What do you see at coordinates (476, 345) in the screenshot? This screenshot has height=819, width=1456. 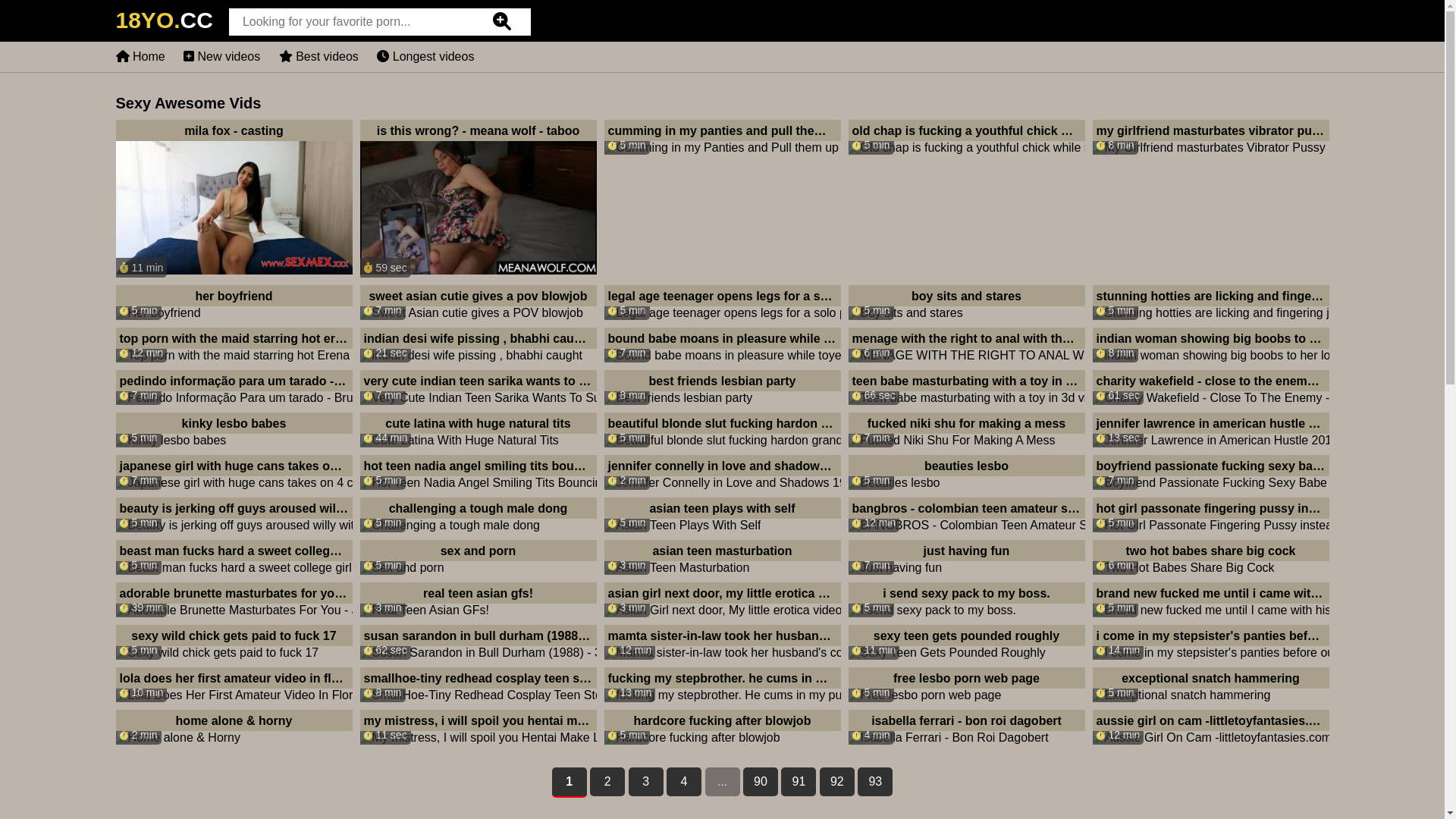 I see `'21 sec` at bounding box center [476, 345].